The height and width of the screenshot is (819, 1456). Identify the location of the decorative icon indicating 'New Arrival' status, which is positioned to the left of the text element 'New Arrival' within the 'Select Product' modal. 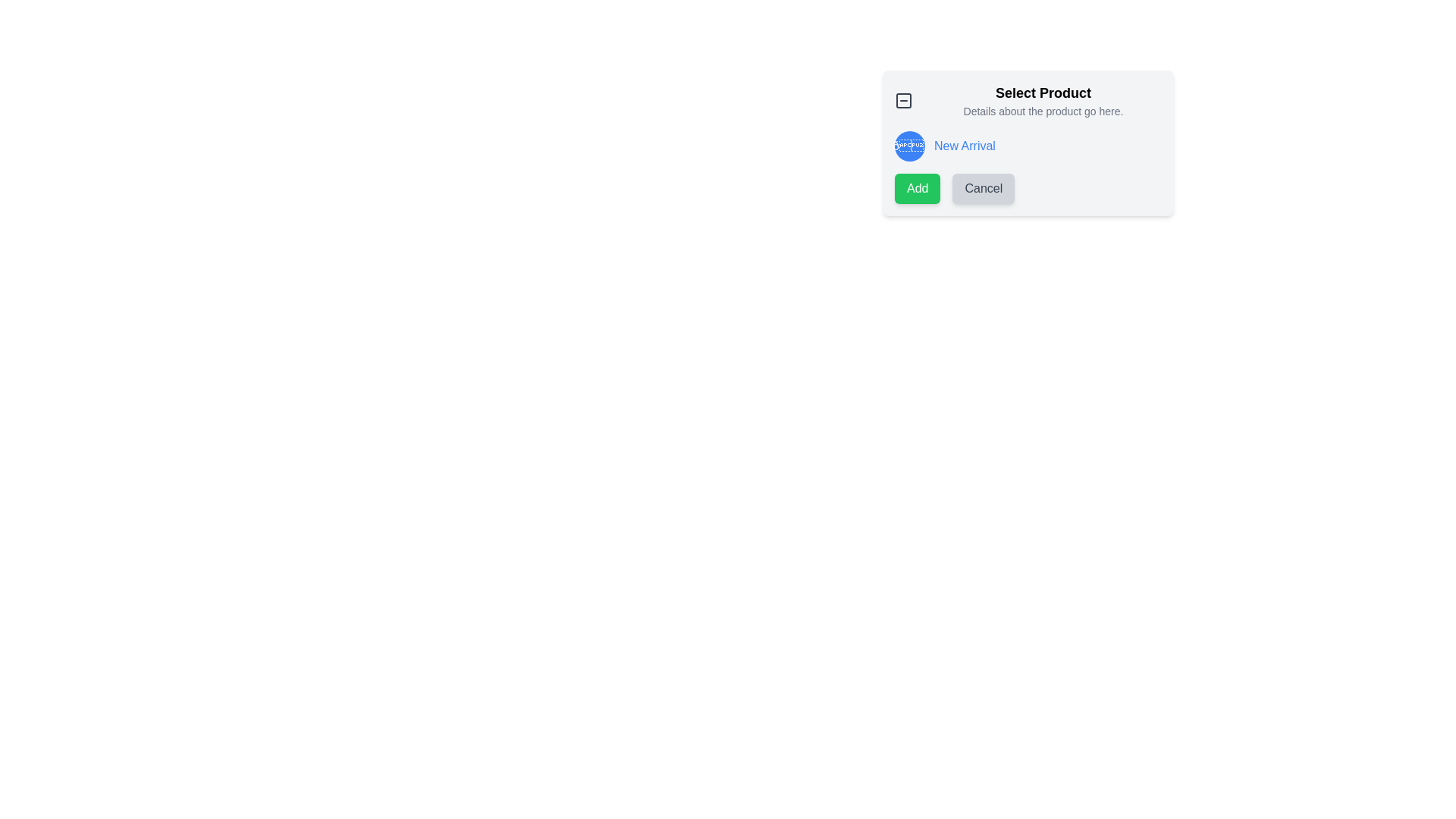
(910, 146).